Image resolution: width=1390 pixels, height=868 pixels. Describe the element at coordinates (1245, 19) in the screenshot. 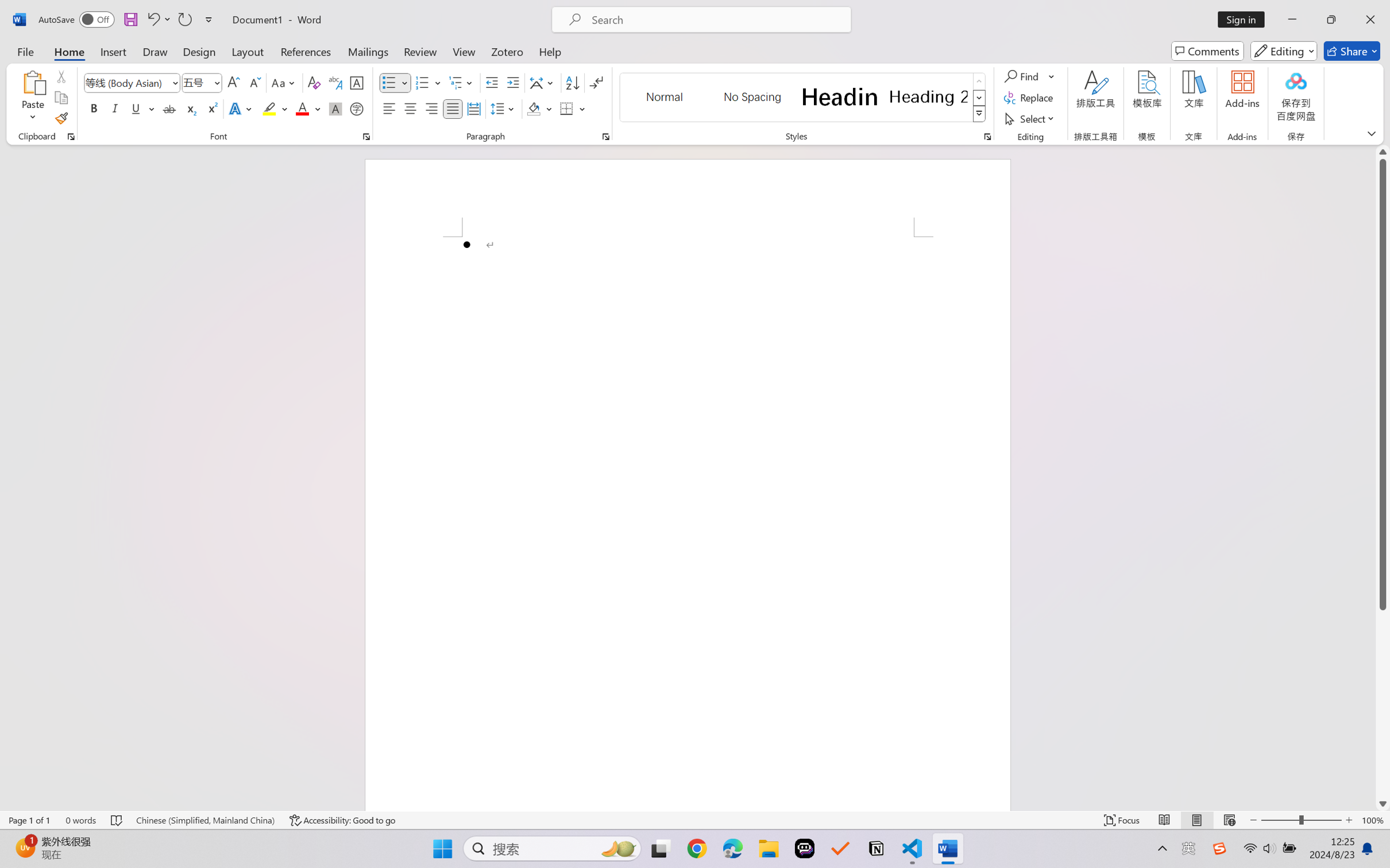

I see `'Sign in'` at that location.